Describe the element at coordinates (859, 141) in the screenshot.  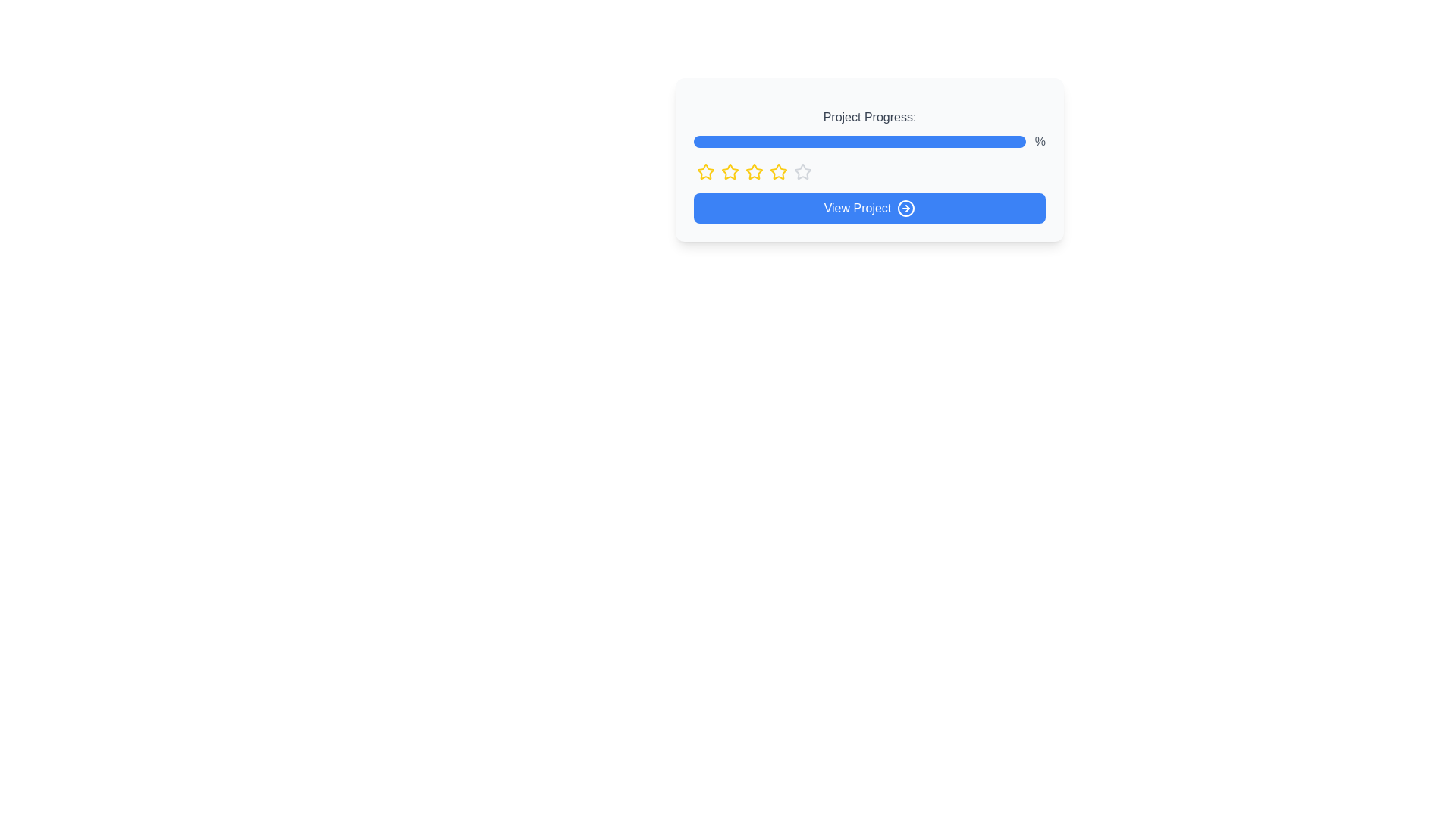
I see `the Progress Bar located at the top section of the card, directly below 'Project Progress:' and to the left of the '%' indicator` at that location.